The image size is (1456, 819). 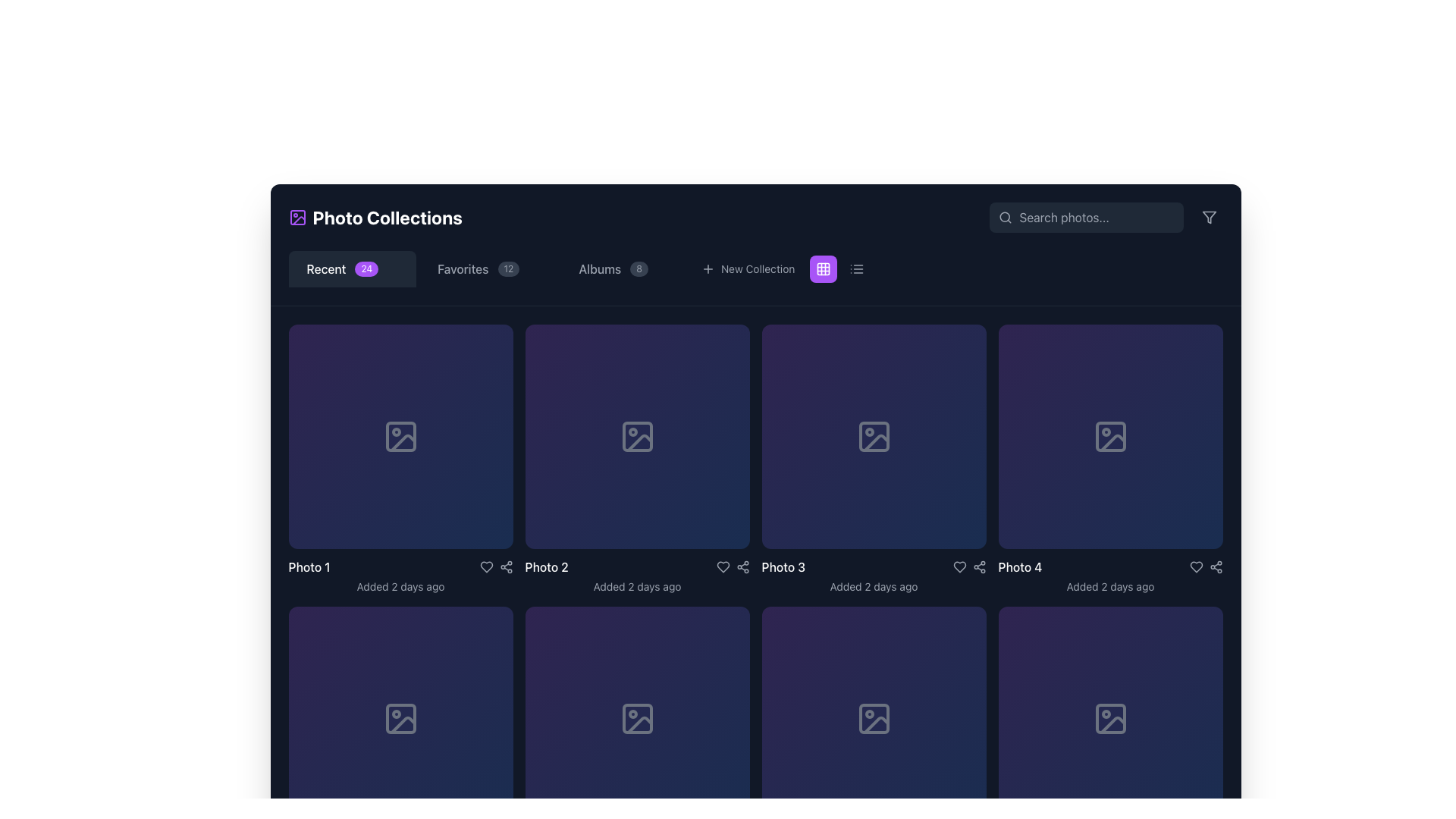 What do you see at coordinates (400, 458) in the screenshot?
I see `the first photo card in the grid layout, which serves as a visual representation for a photo item` at bounding box center [400, 458].